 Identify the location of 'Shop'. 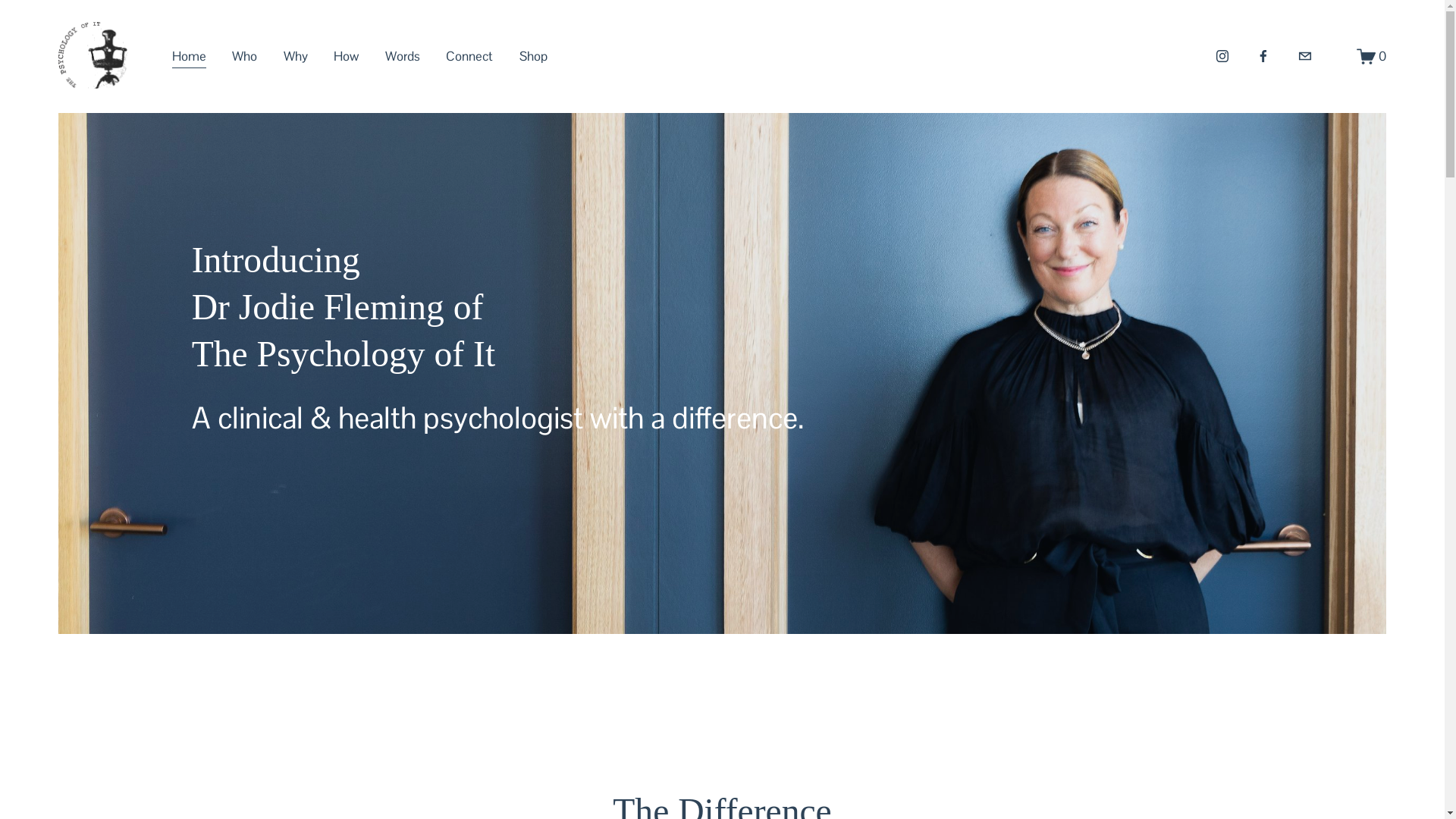
(533, 55).